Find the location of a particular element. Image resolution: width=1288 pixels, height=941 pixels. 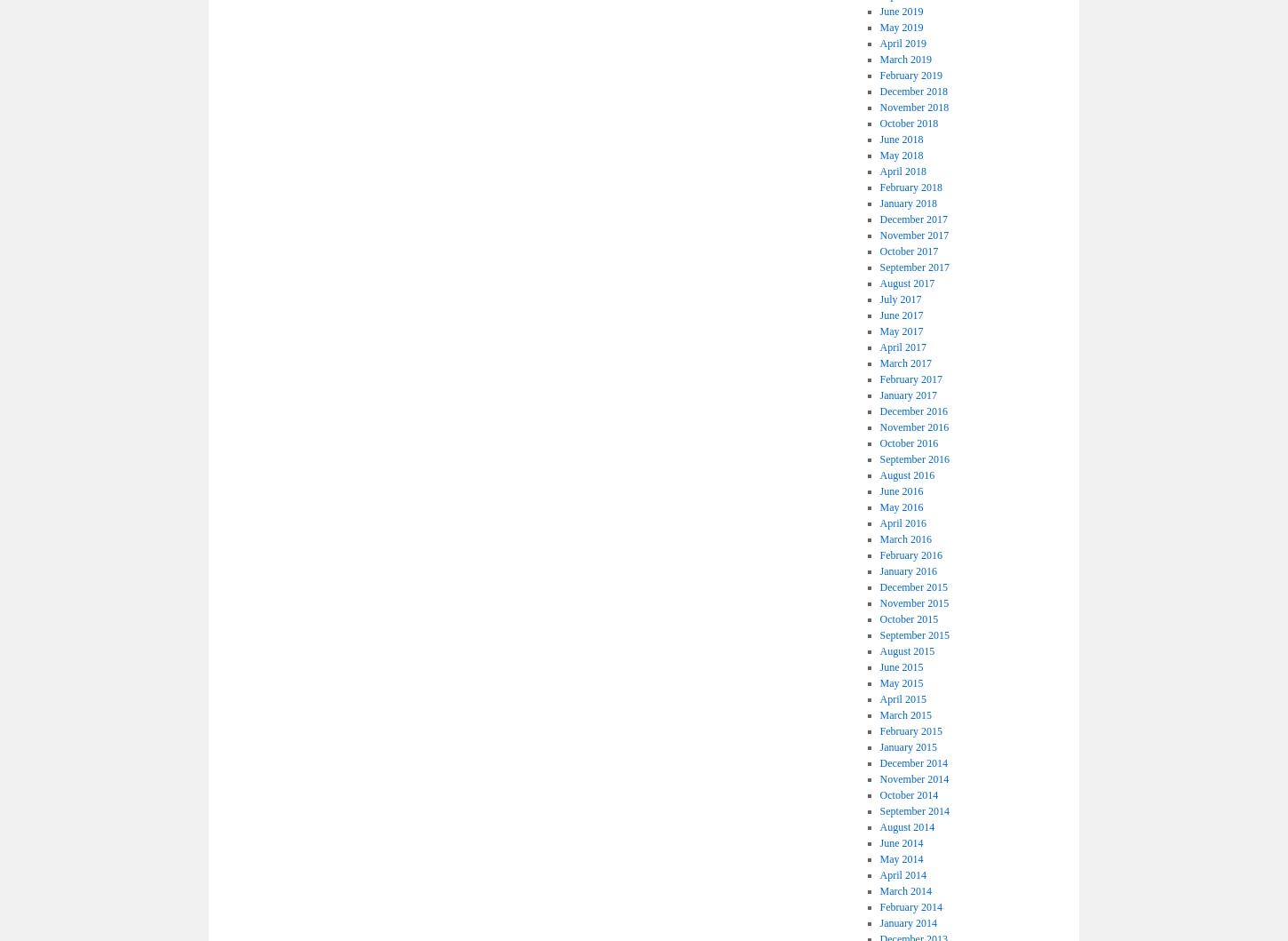

'August 2014' is located at coordinates (906, 826).